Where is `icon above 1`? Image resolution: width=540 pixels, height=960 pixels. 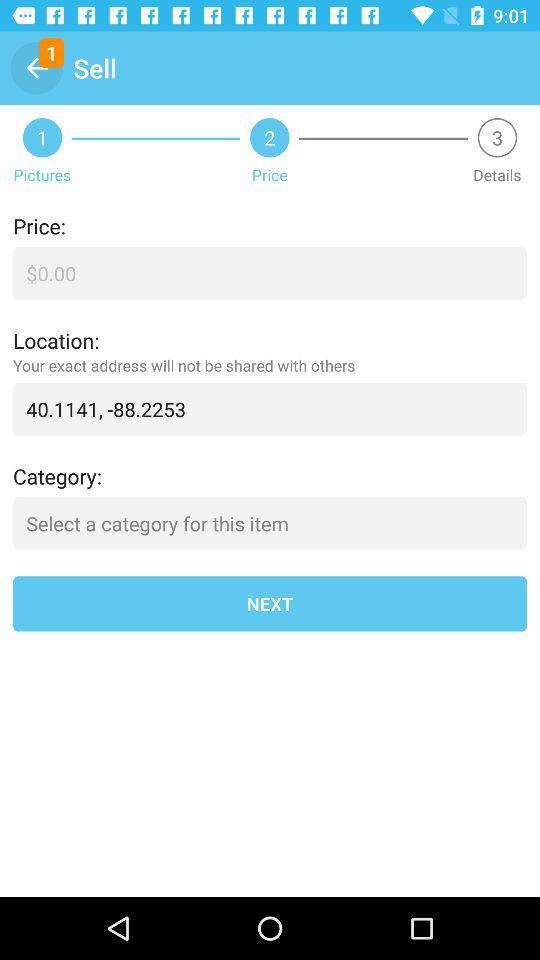 icon above 1 is located at coordinates (36, 68).